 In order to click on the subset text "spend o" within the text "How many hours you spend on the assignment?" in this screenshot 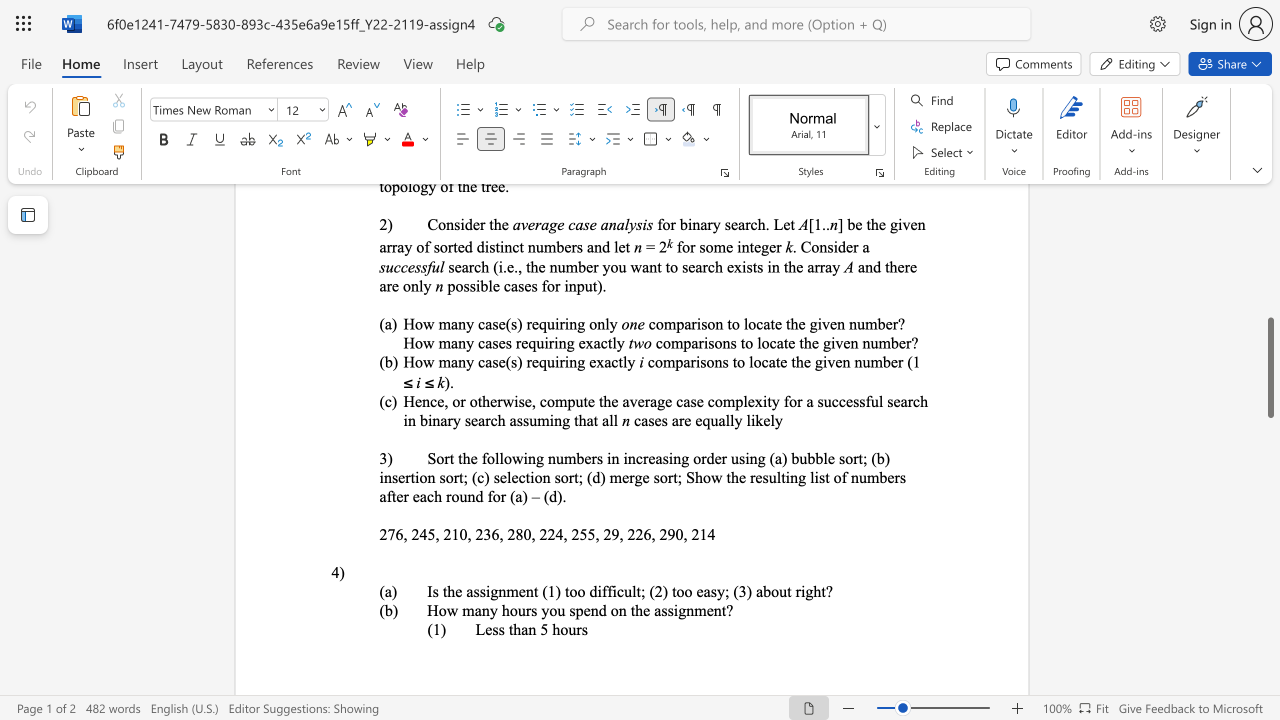, I will do `click(568, 609)`.